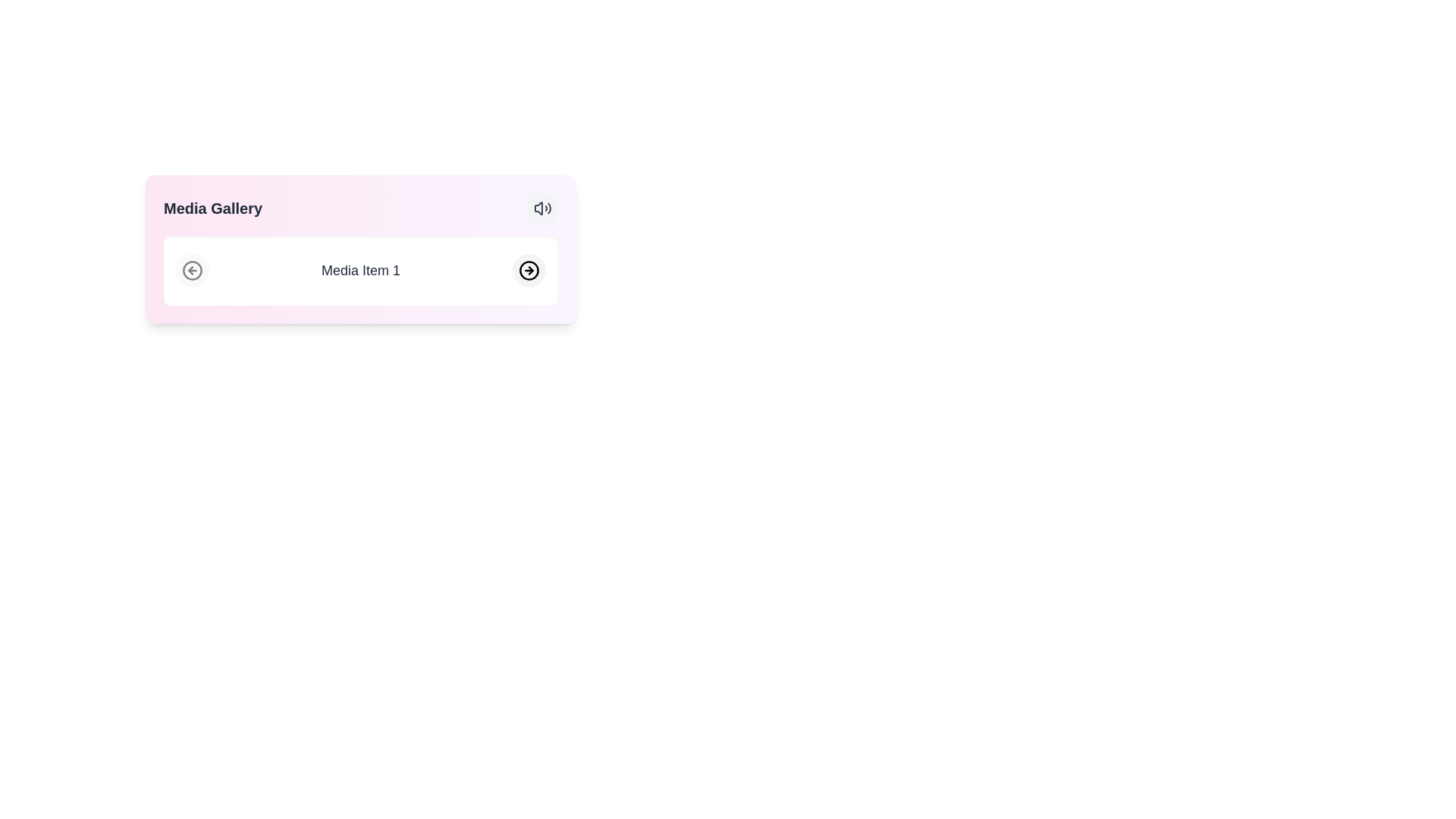  I want to click on the leftward-pointing arrow within the circular icon located at the leftmost position of the media gallery, so click(190, 270).